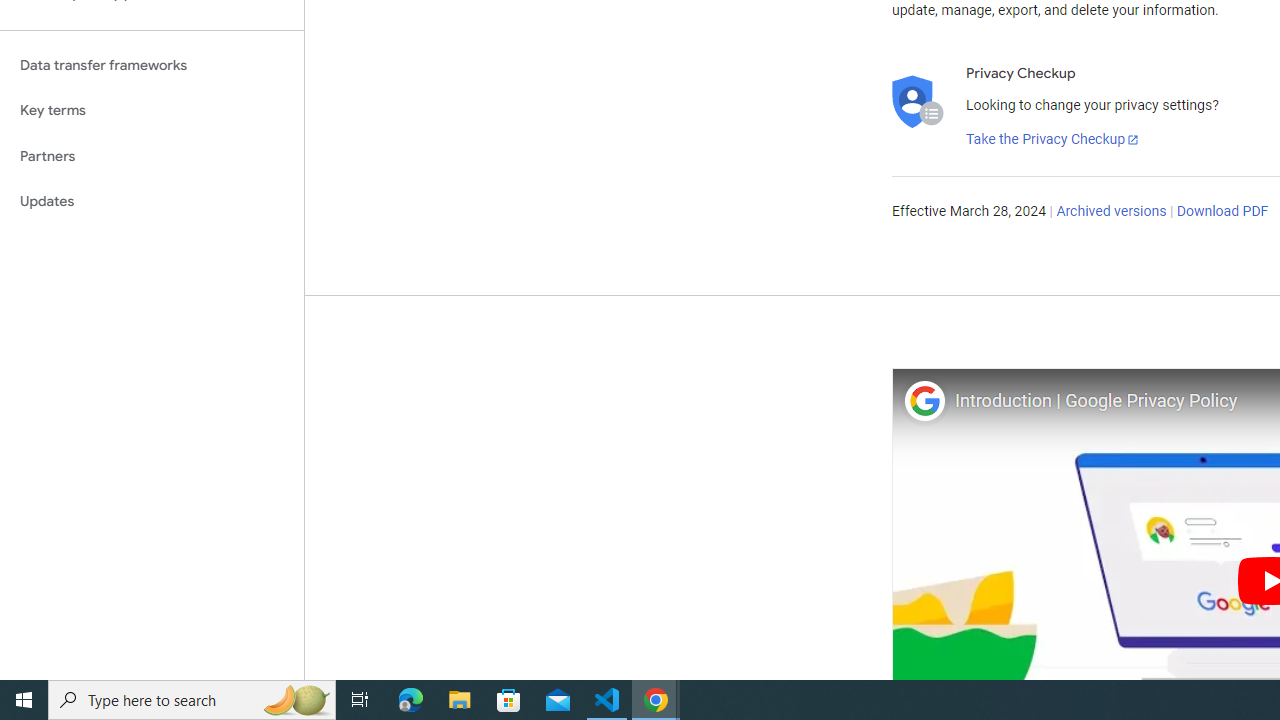  Describe the element at coordinates (923, 400) in the screenshot. I see `'Photo image of Google'` at that location.